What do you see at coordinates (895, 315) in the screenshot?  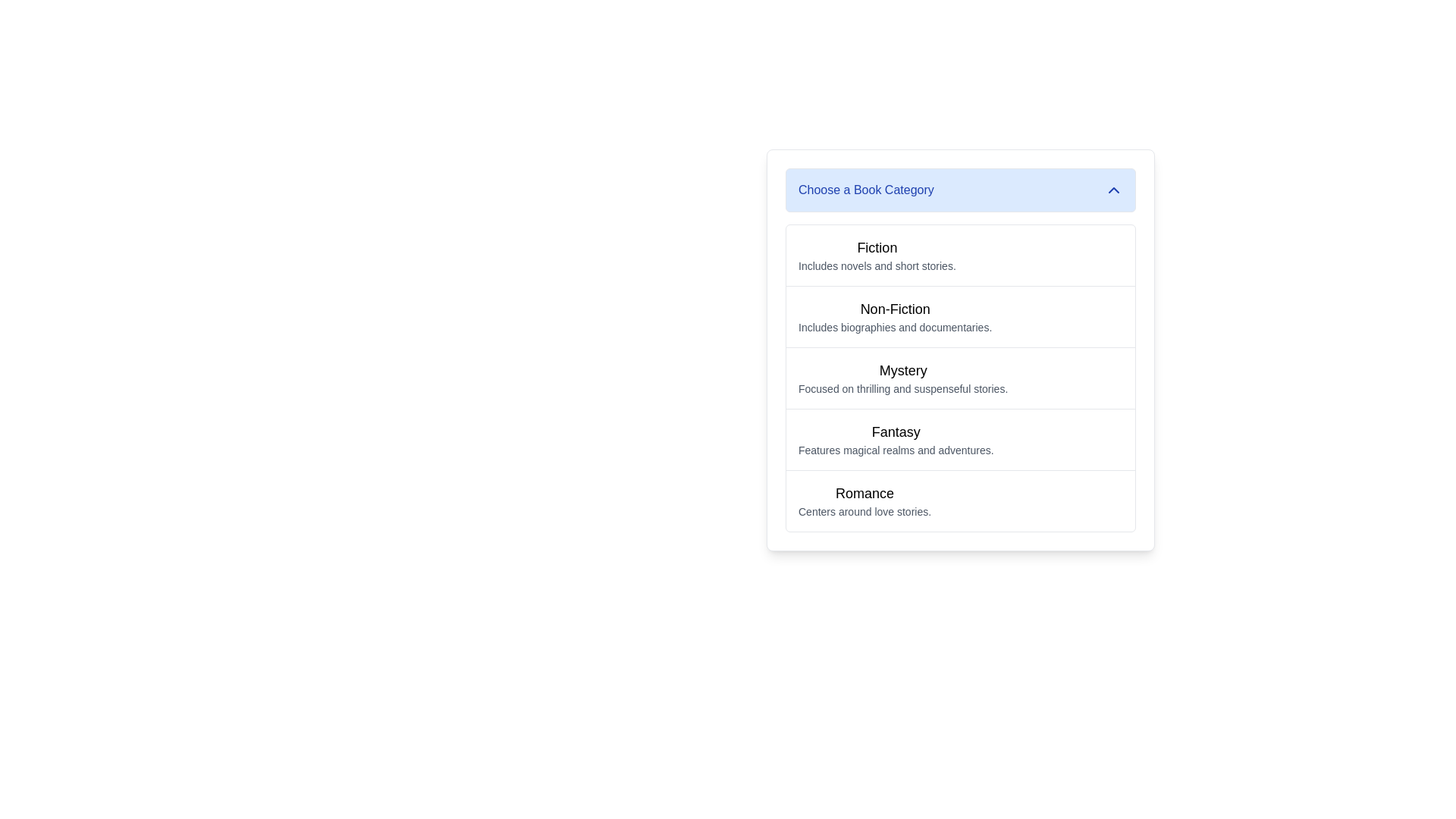 I see `the 'Non-Fiction' category option in the selectable list` at bounding box center [895, 315].